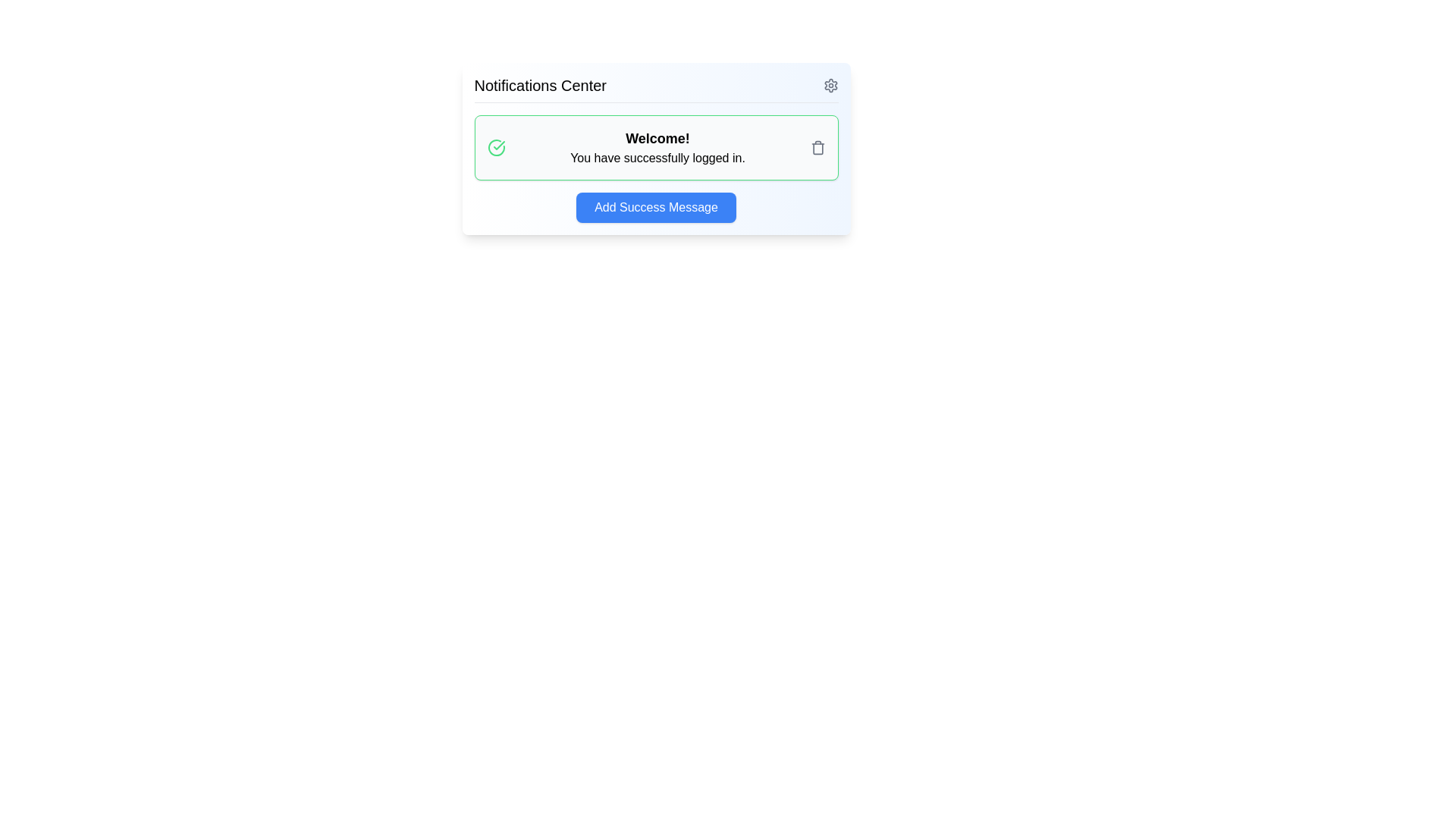 The image size is (1456, 819). I want to click on the blue button labeled 'Add Success Message' located at the bottom of the 'Notifications Center' card, so click(656, 207).